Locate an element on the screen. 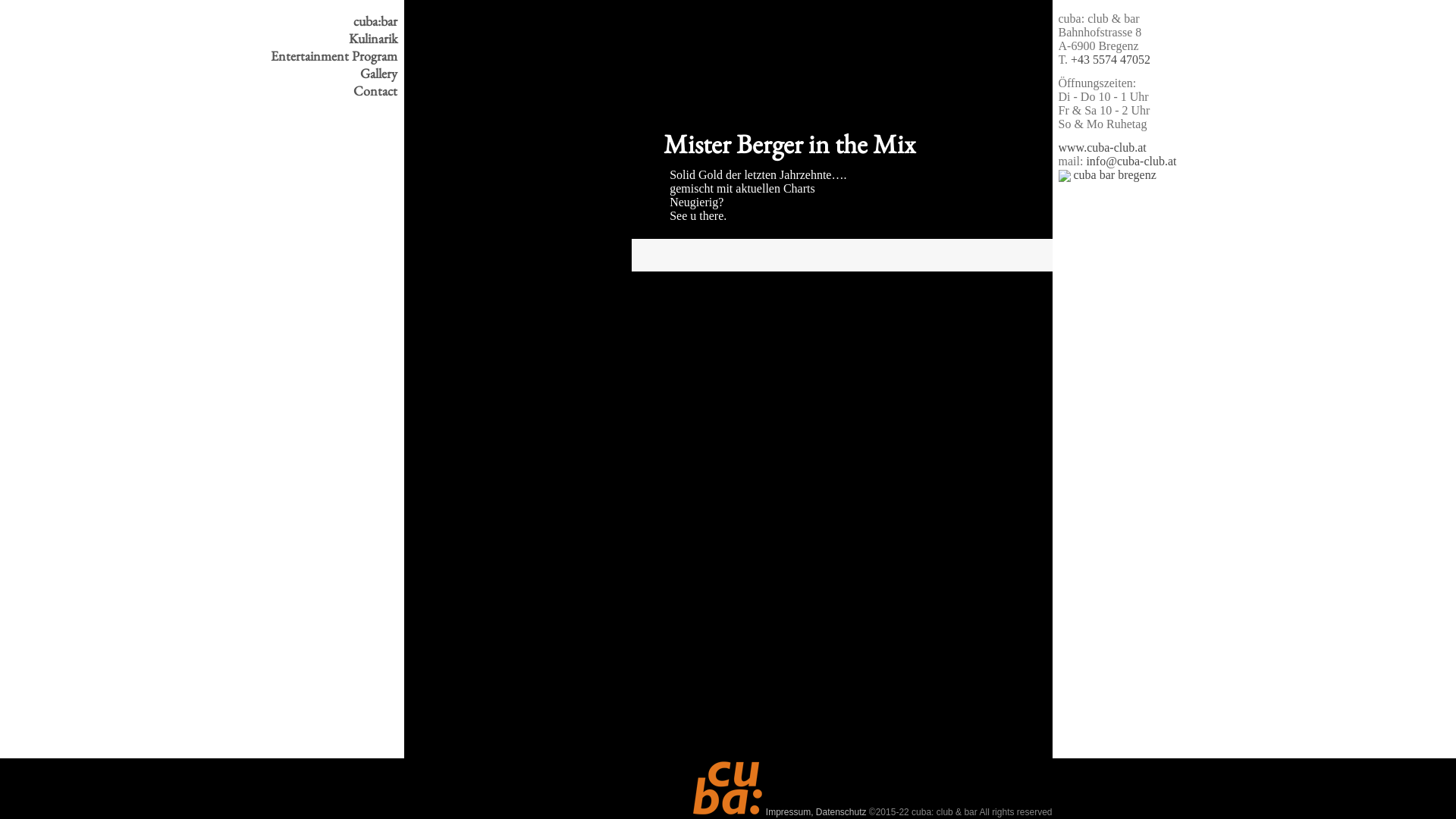 The height and width of the screenshot is (819, 1456). 'www.cuba-club.at' is located at coordinates (1103, 147).